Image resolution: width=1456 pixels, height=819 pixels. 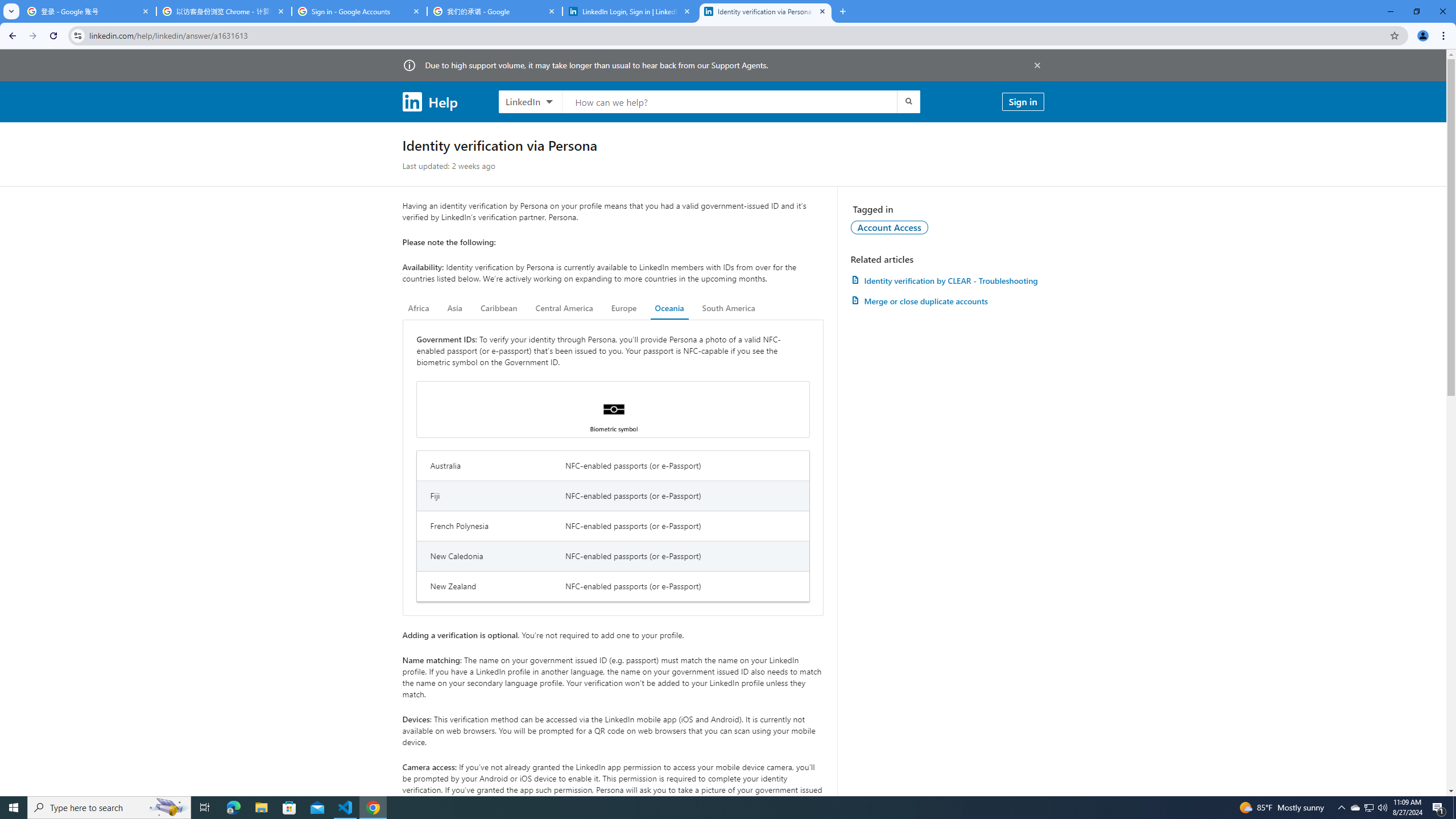 I want to click on 'Central America', so click(x=564, y=308).